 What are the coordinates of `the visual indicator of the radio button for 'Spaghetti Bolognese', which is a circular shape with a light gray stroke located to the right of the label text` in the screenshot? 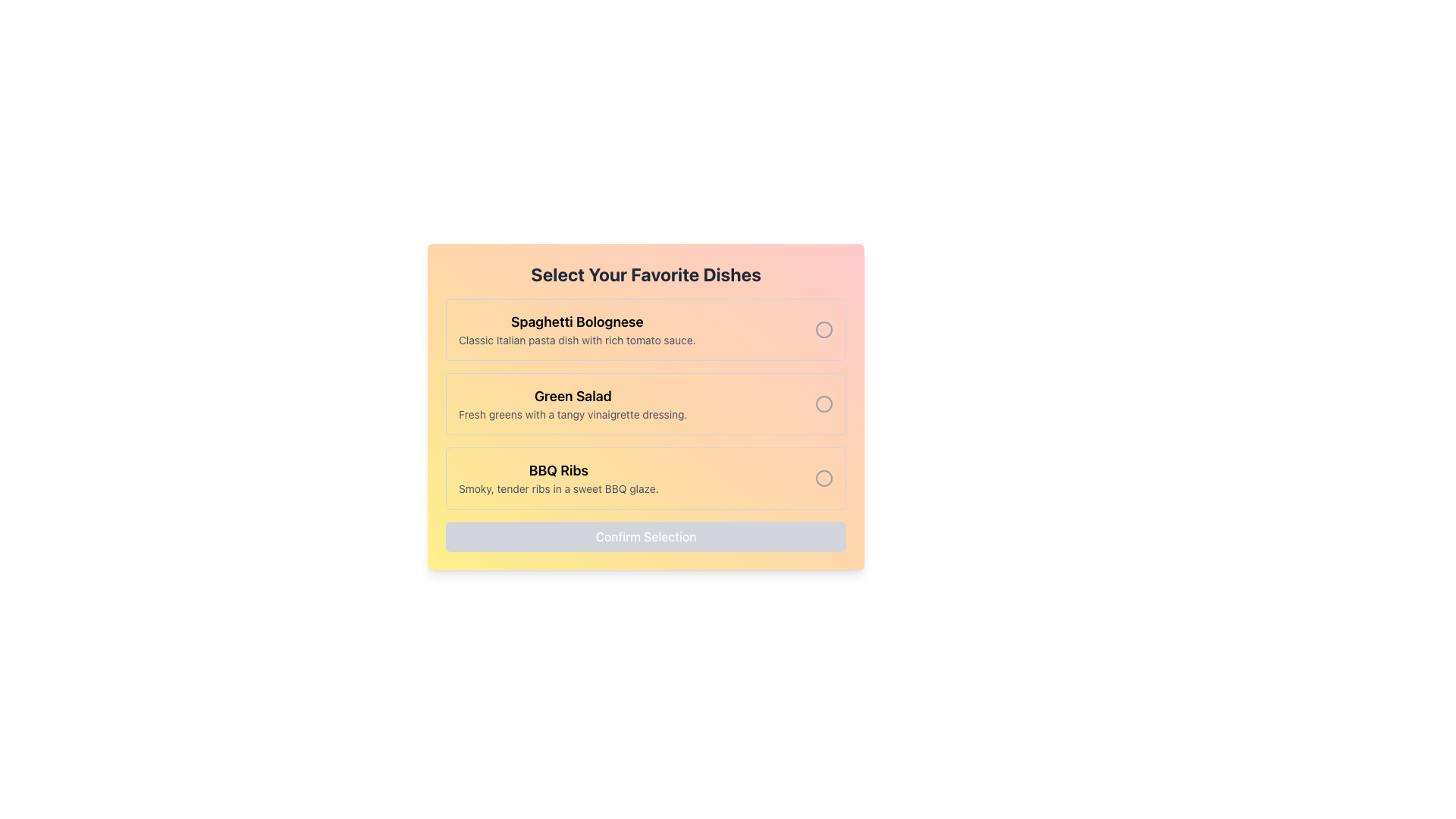 It's located at (823, 329).